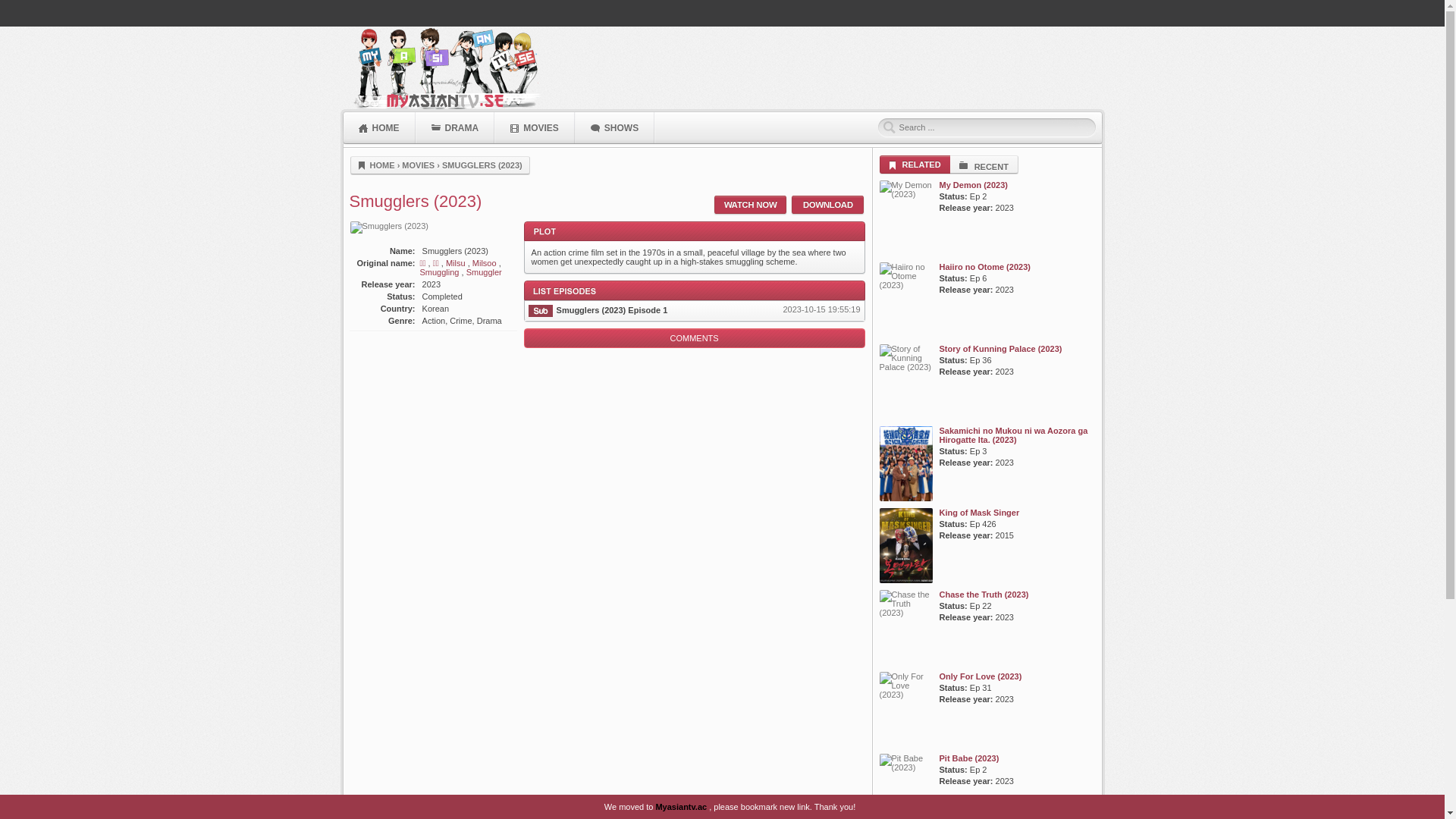 The image size is (1456, 819). Describe the element at coordinates (419, 165) in the screenshot. I see `'MOVIES'` at that location.